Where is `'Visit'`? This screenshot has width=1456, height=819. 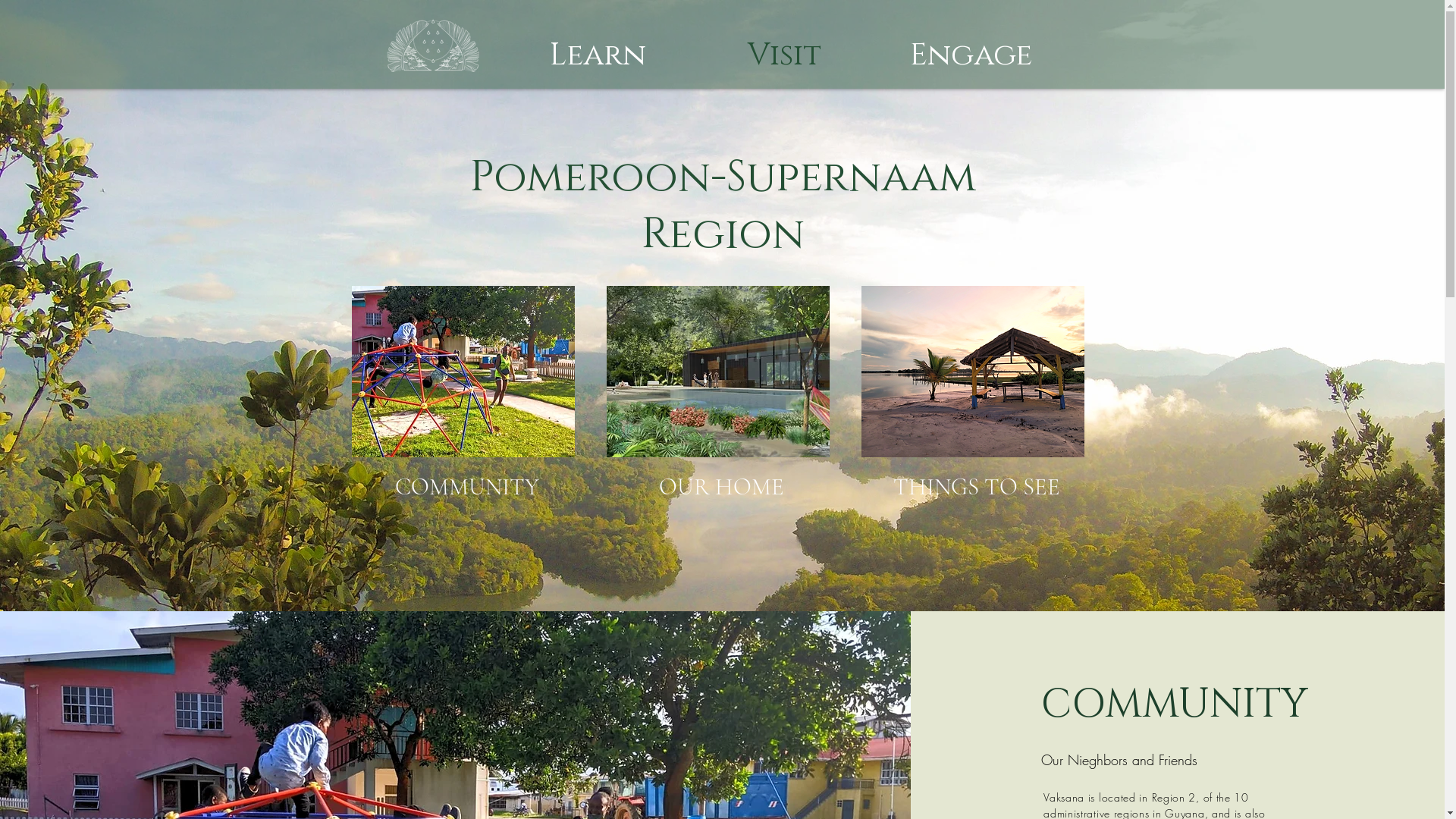 'Visit' is located at coordinates (785, 54).